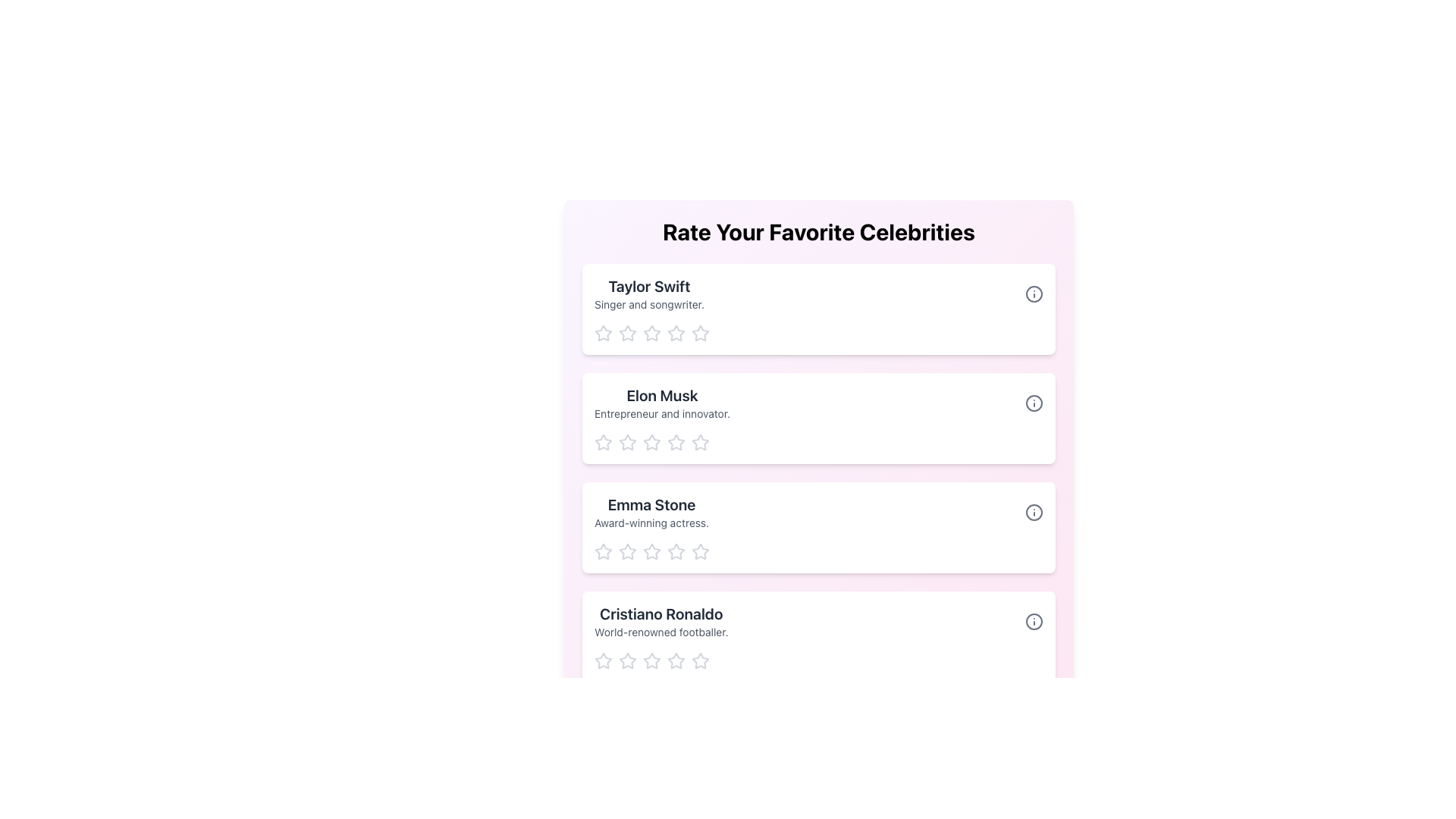 This screenshot has width=1456, height=819. Describe the element at coordinates (700, 332) in the screenshot. I see `the fifth interactive star icon in the 5-star rating system for 'Taylor Swift'` at that location.